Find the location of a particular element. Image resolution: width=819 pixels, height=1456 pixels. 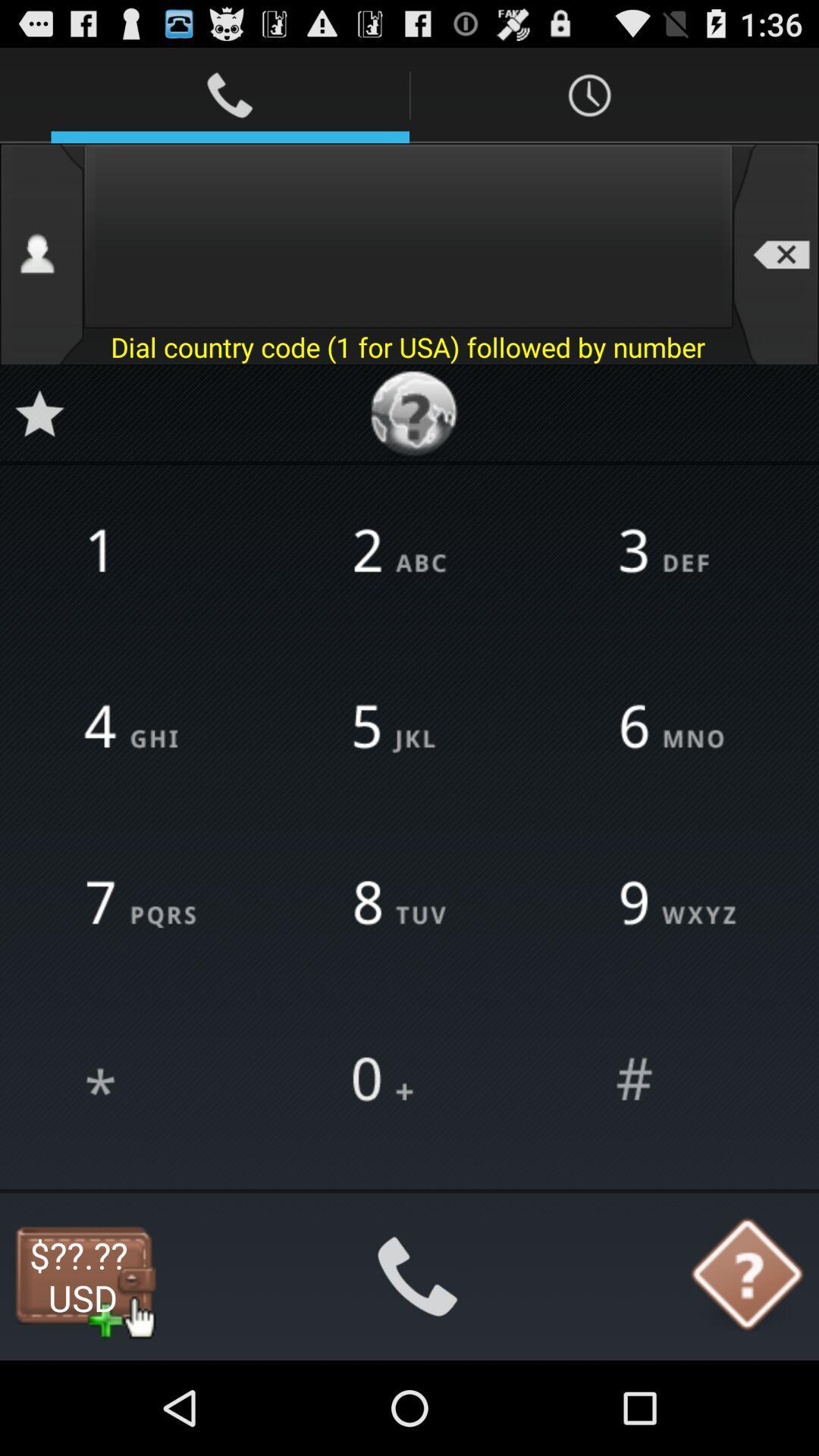

the number 7 is located at coordinates (143, 905).